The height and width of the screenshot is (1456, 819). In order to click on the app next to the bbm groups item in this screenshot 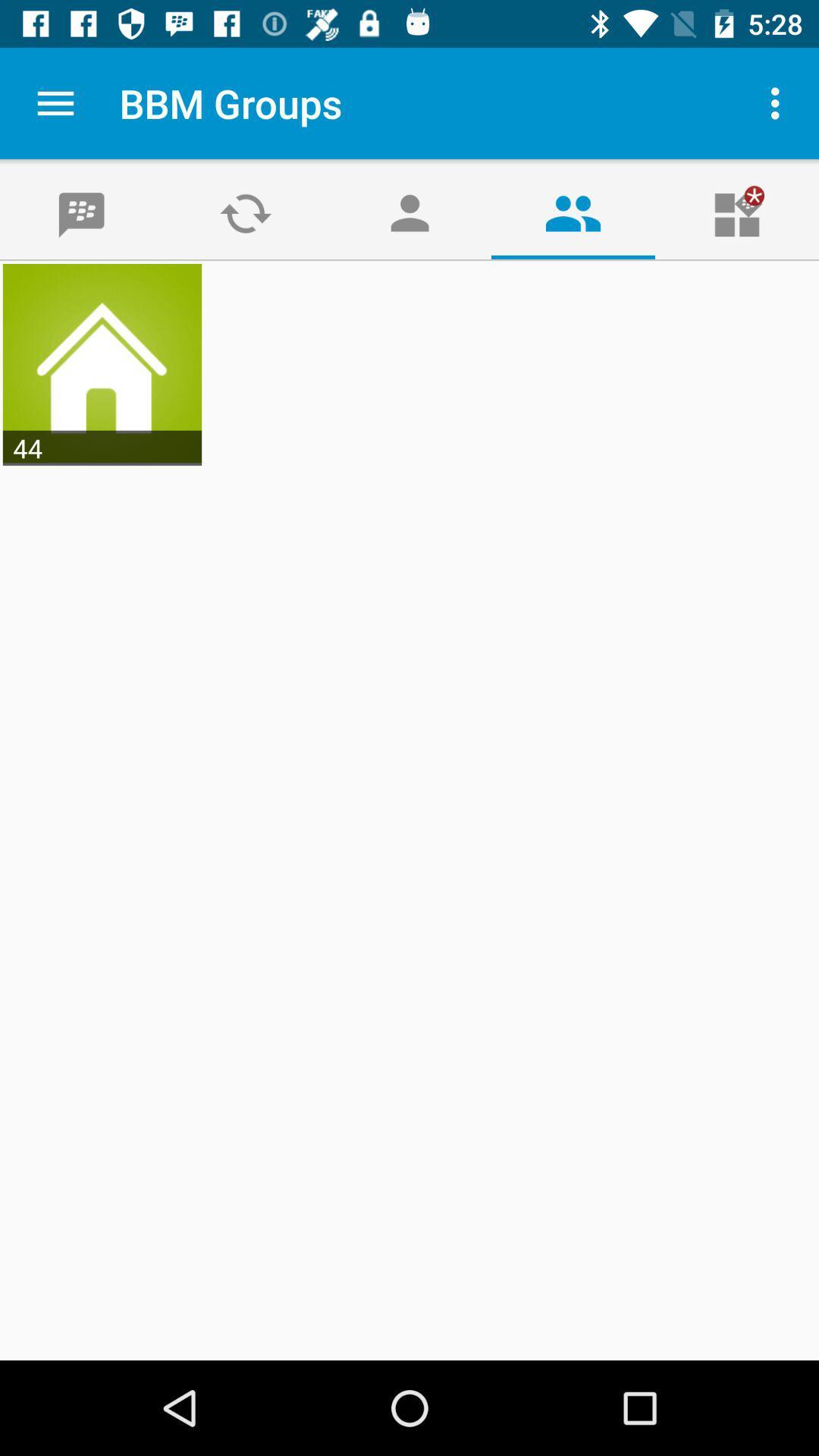, I will do `click(55, 102)`.